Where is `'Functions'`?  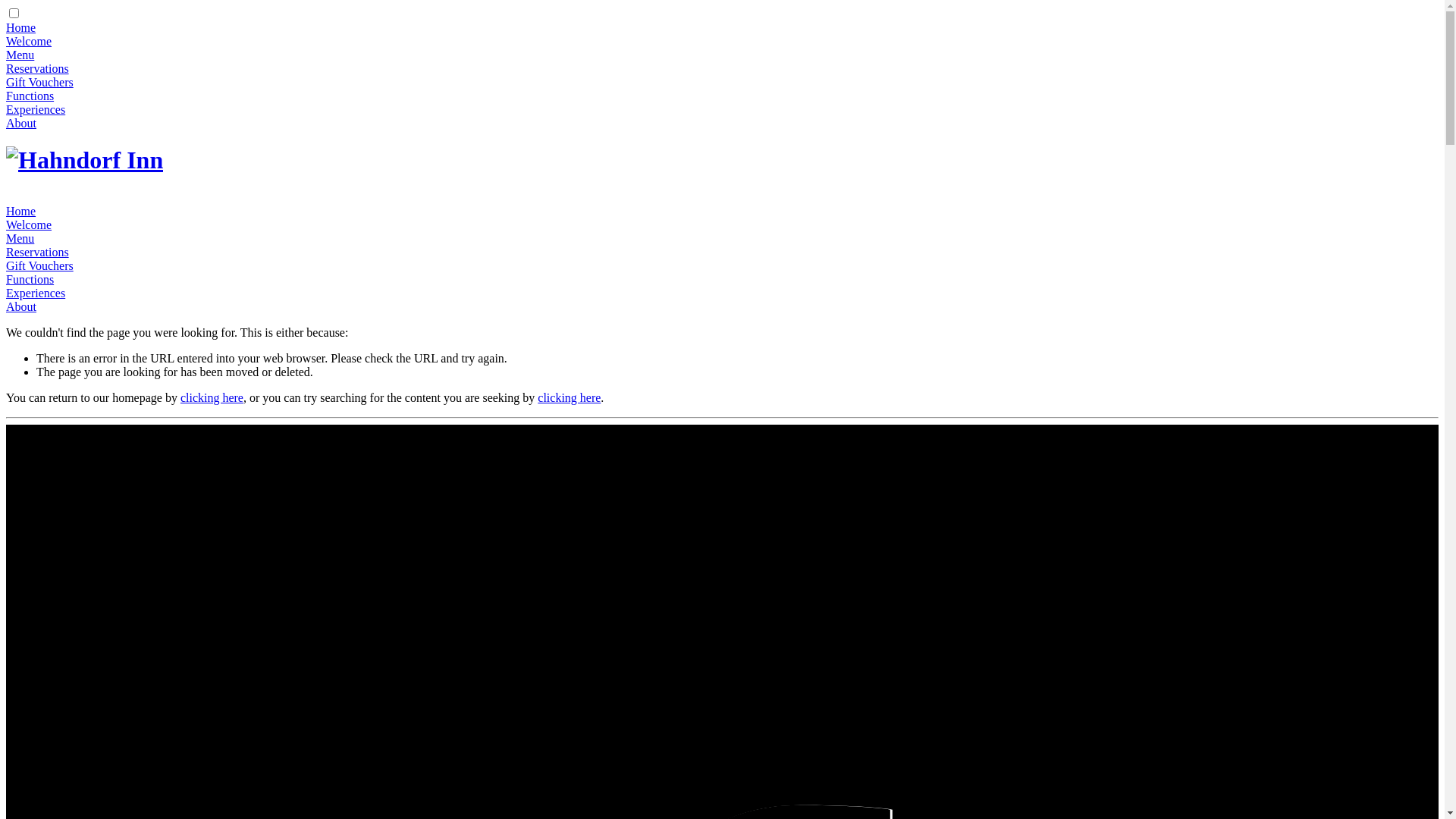
'Functions' is located at coordinates (30, 96).